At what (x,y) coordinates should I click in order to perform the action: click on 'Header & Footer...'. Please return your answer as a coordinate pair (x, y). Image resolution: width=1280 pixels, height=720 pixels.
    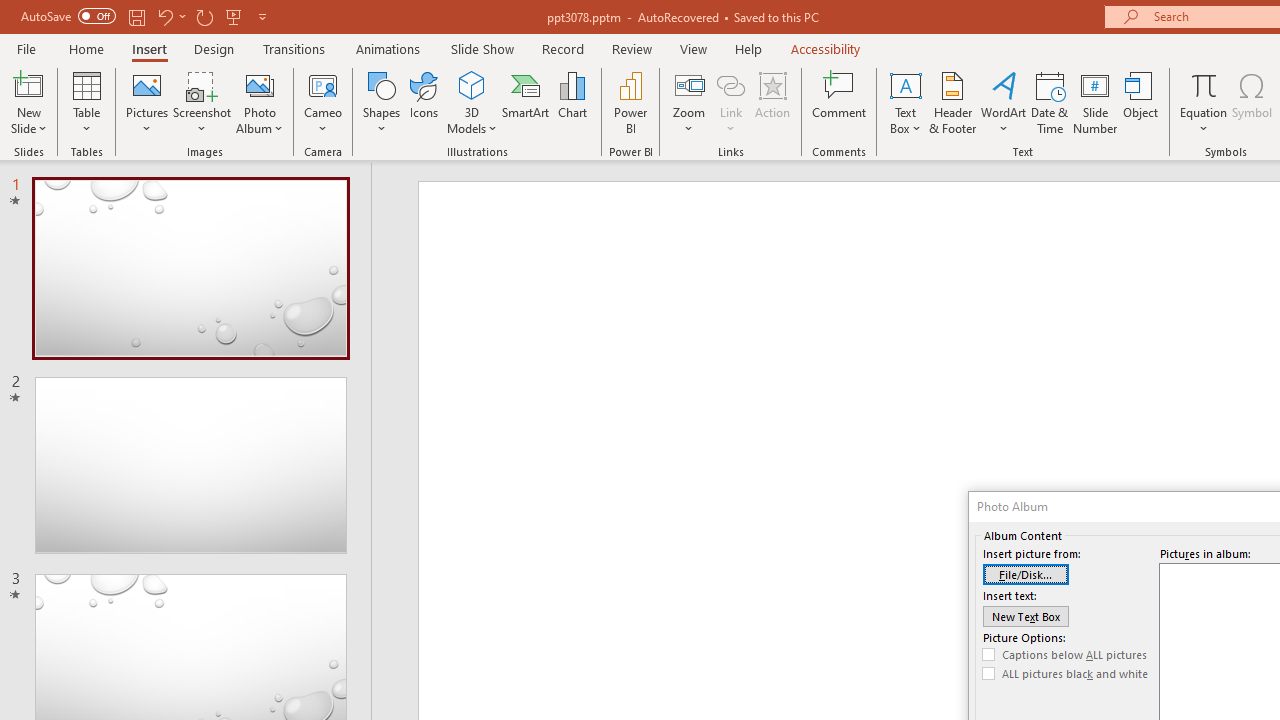
    Looking at the image, I should click on (951, 103).